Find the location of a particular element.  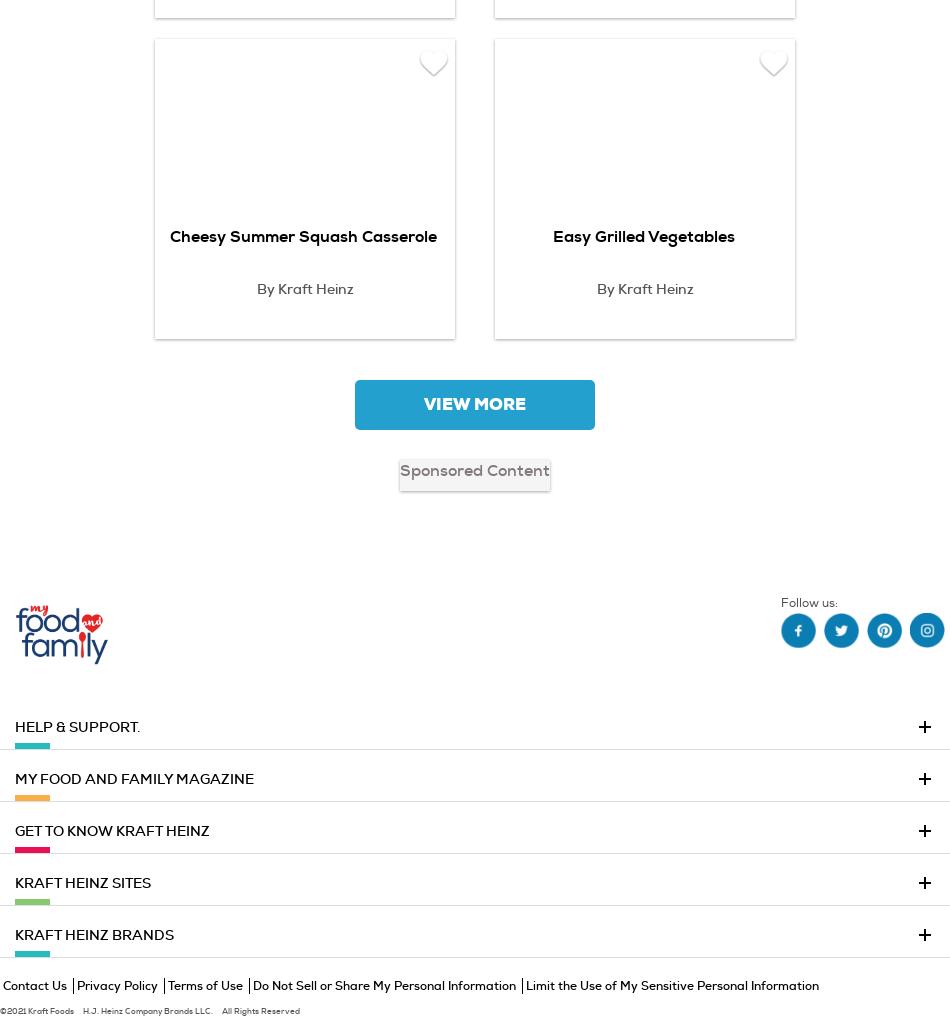

'GET TO KNOW KRAFT HEINZ' is located at coordinates (112, 828).